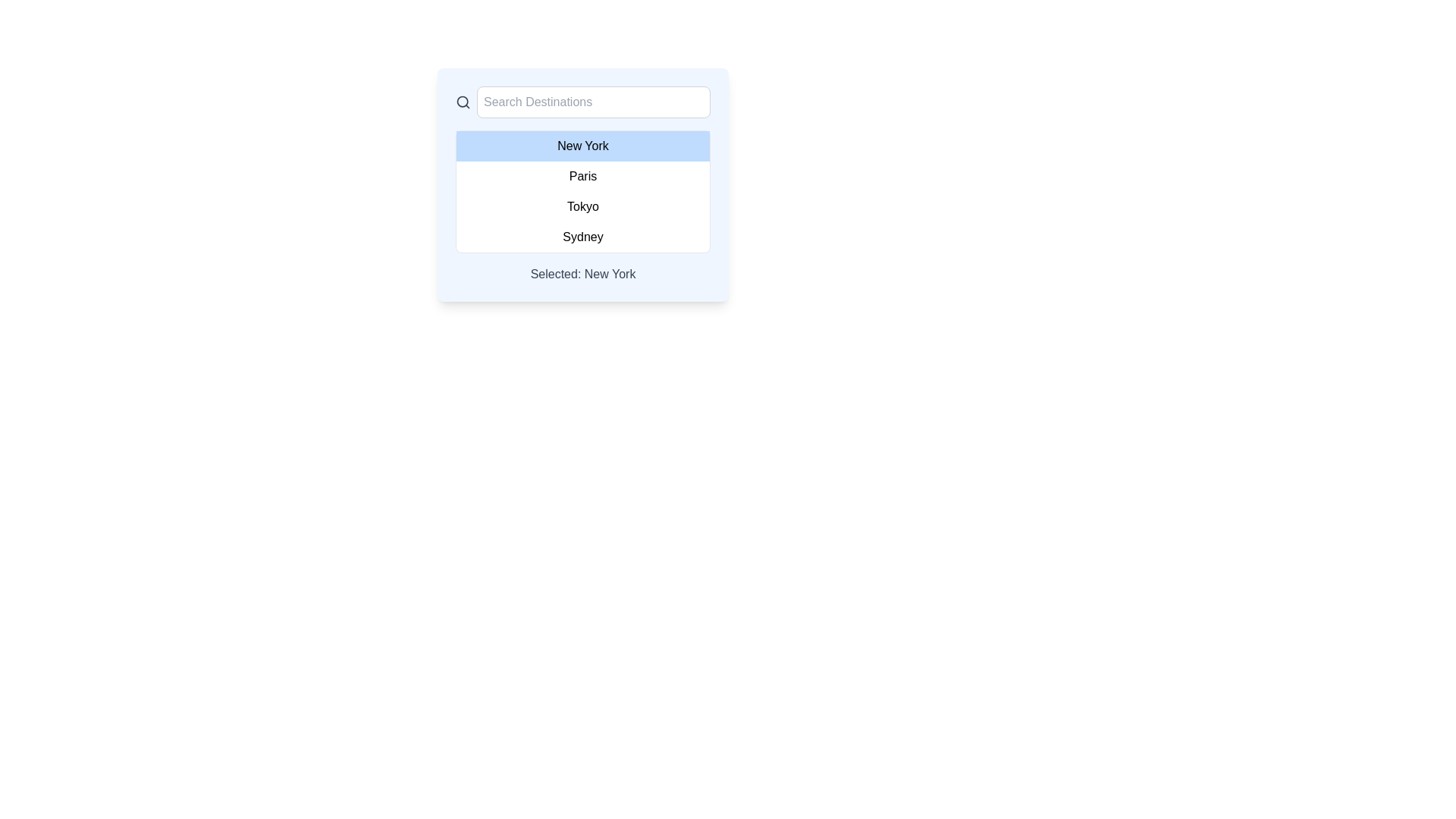 The image size is (1456, 819). What do you see at coordinates (582, 184) in the screenshot?
I see `the text label displaying 'Paris'` at bounding box center [582, 184].